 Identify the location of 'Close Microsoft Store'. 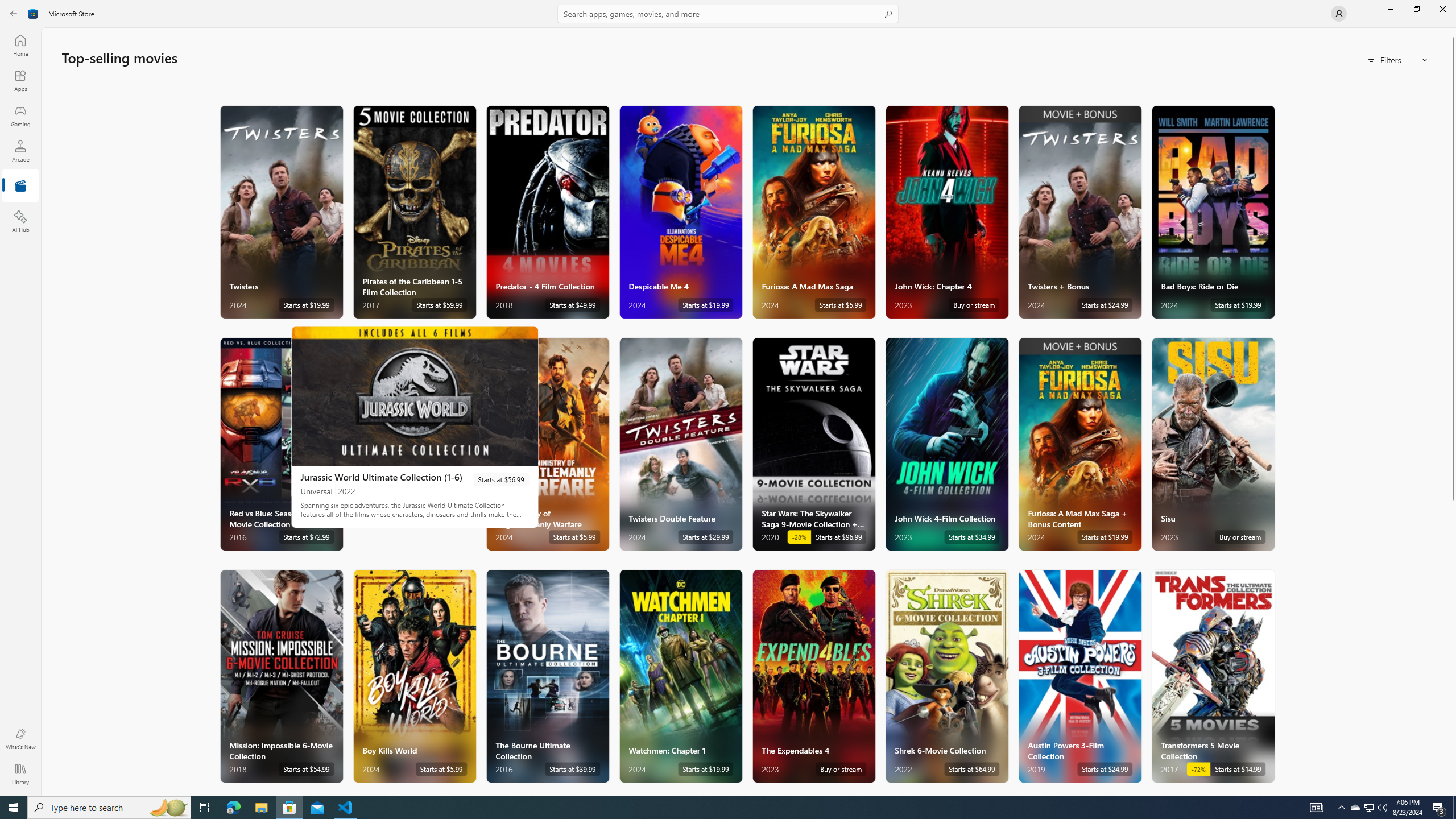
(1442, 9).